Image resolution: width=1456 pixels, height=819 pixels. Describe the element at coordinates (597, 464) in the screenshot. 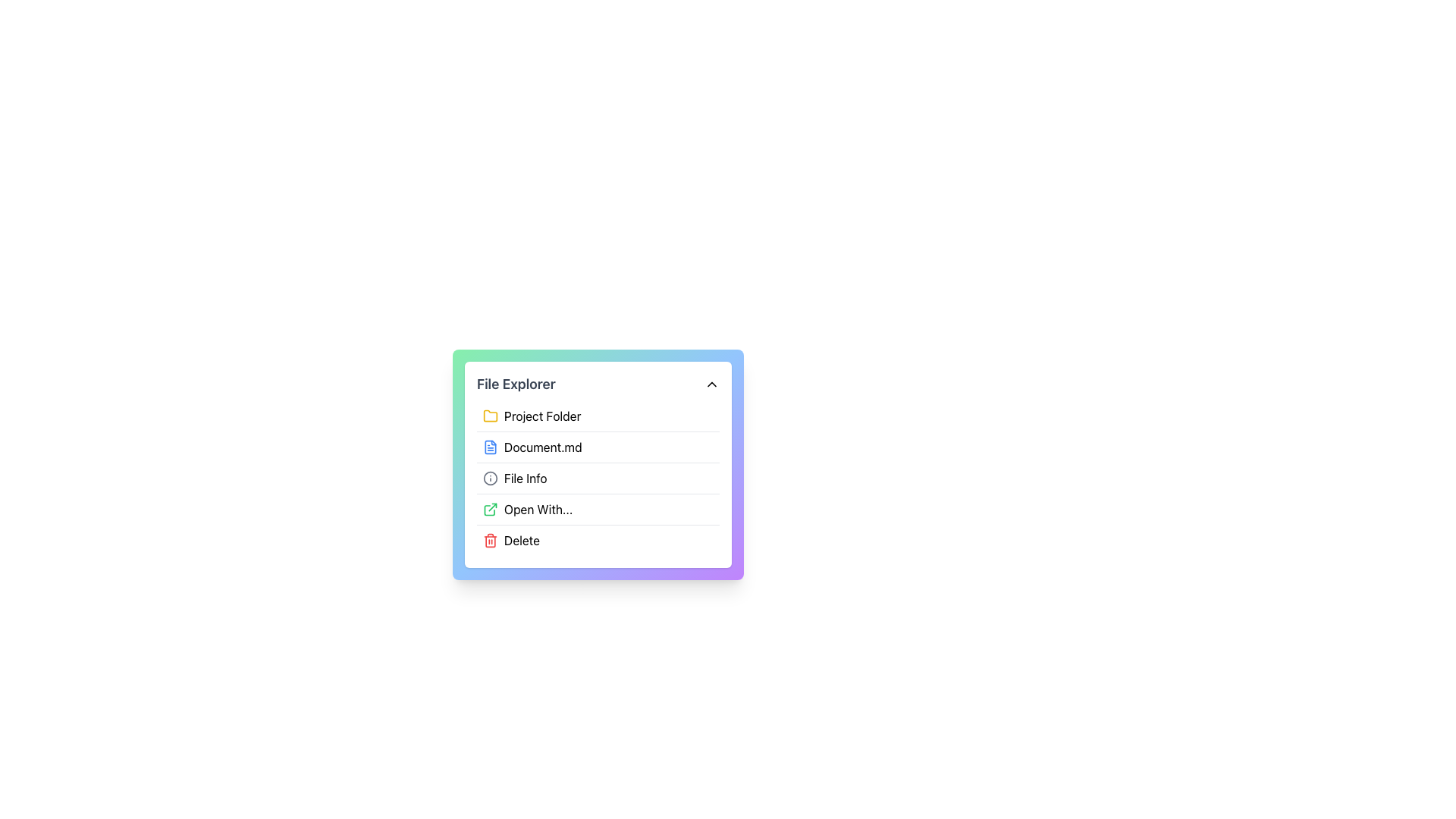

I see `the List item labeled 'Document.md'` at that location.